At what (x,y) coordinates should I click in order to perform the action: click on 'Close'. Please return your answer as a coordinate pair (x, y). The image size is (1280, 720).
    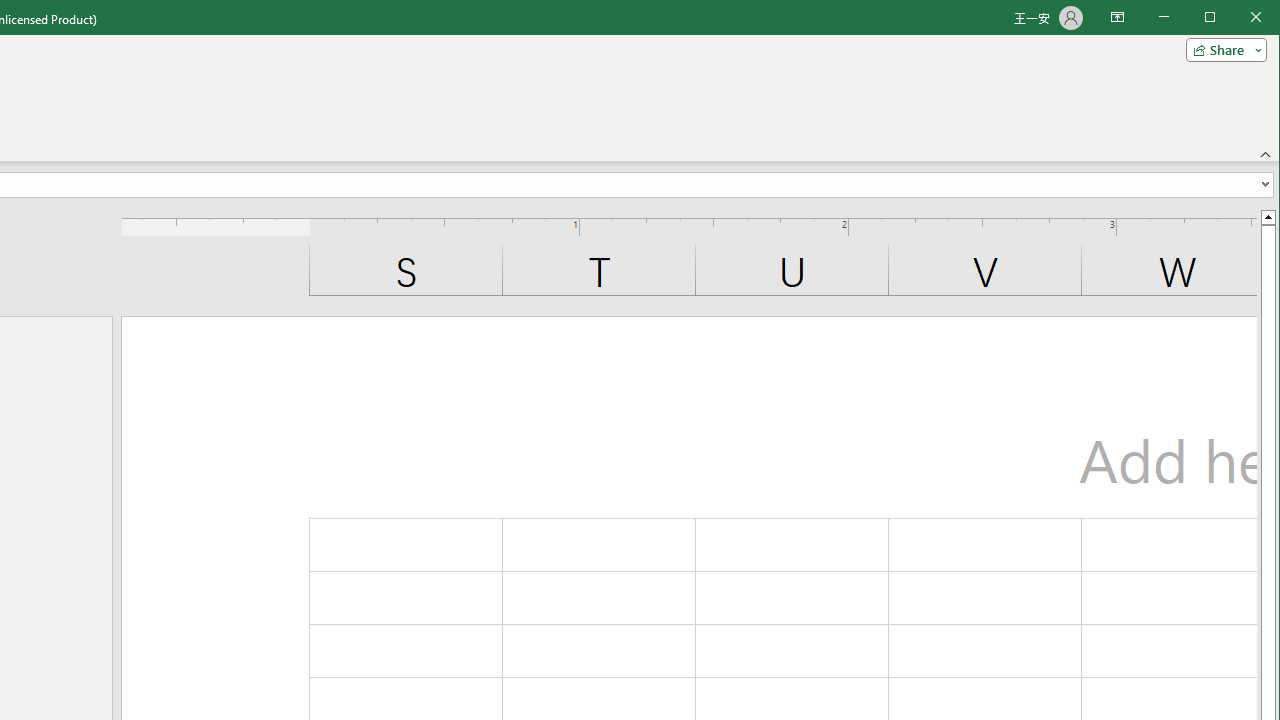
    Looking at the image, I should click on (1260, 19).